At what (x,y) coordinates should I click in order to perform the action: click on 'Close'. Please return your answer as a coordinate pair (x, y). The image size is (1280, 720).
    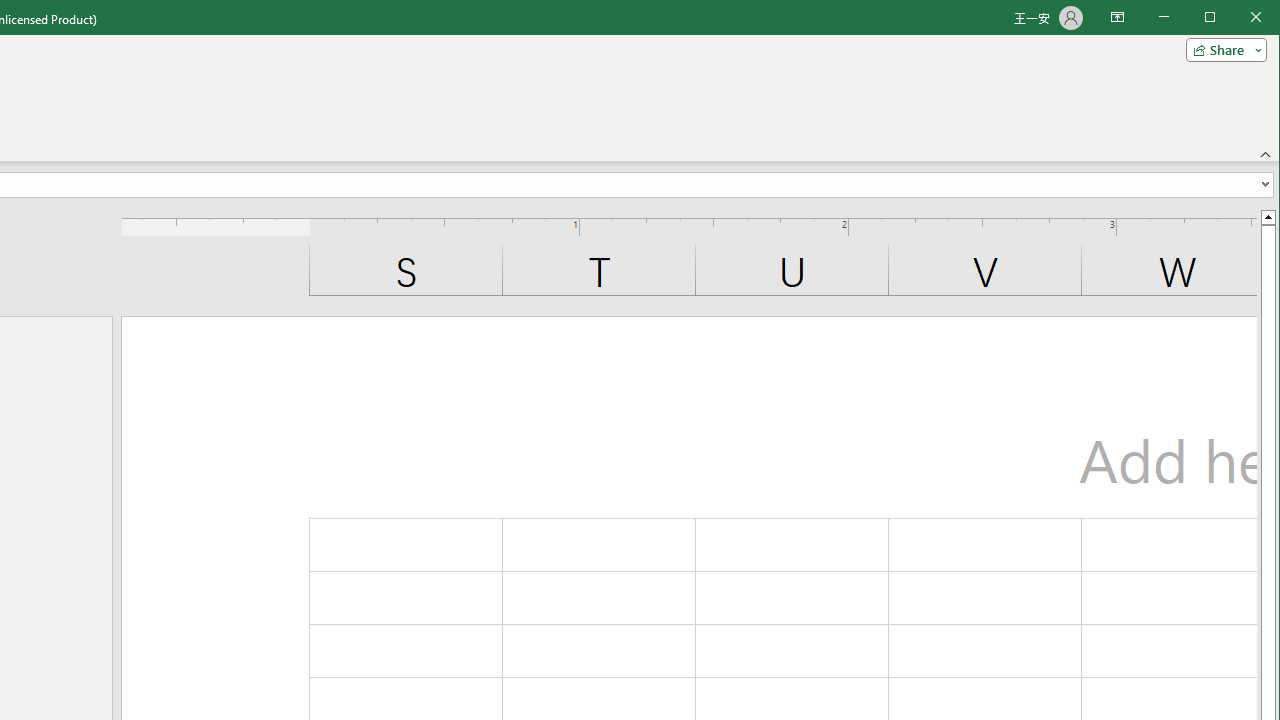
    Looking at the image, I should click on (1260, 19).